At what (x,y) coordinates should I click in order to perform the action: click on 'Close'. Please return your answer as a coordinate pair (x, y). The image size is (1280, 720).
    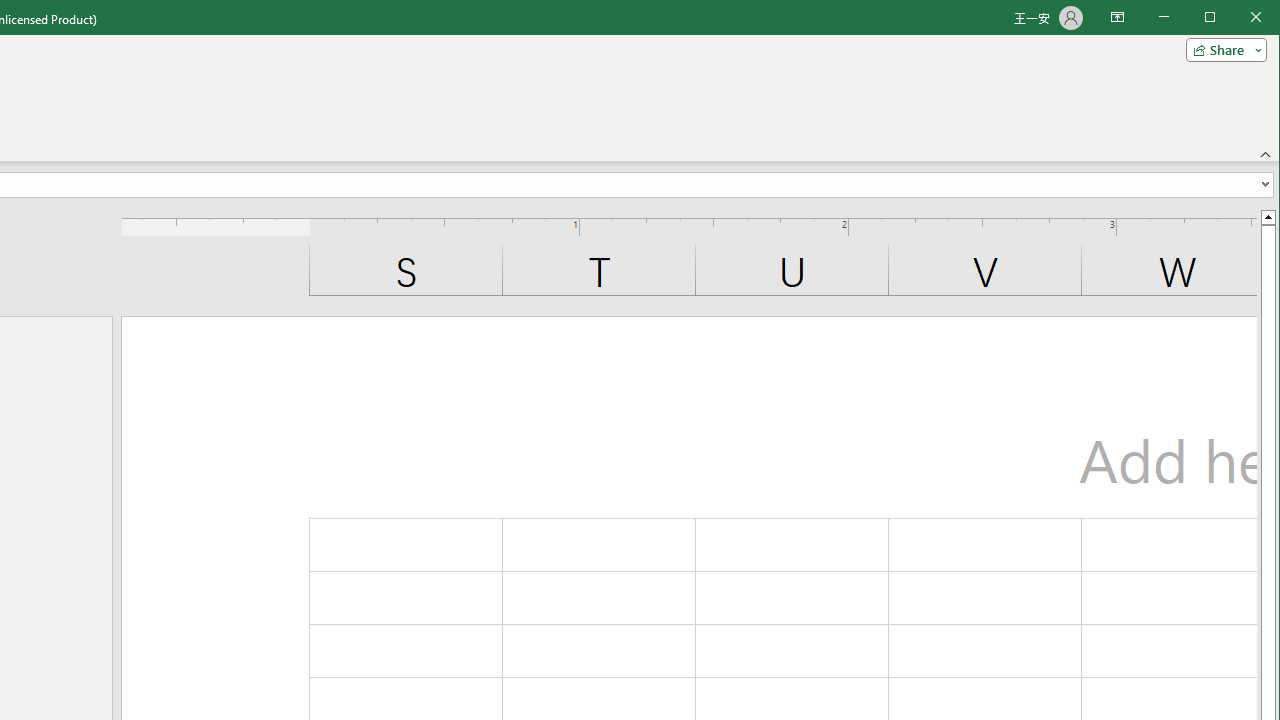
    Looking at the image, I should click on (1260, 19).